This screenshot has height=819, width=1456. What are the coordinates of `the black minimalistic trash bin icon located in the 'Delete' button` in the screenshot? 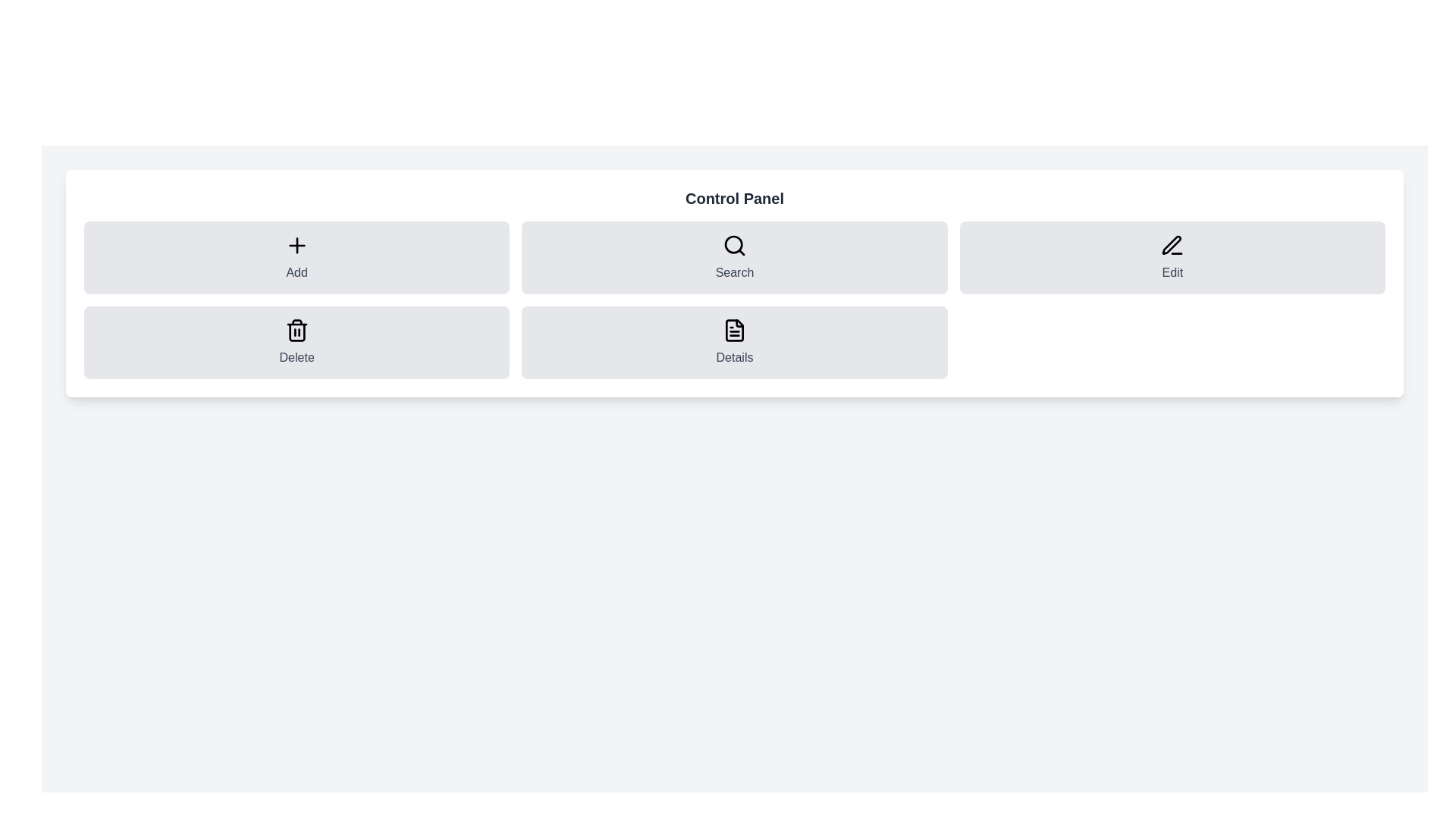 It's located at (297, 329).